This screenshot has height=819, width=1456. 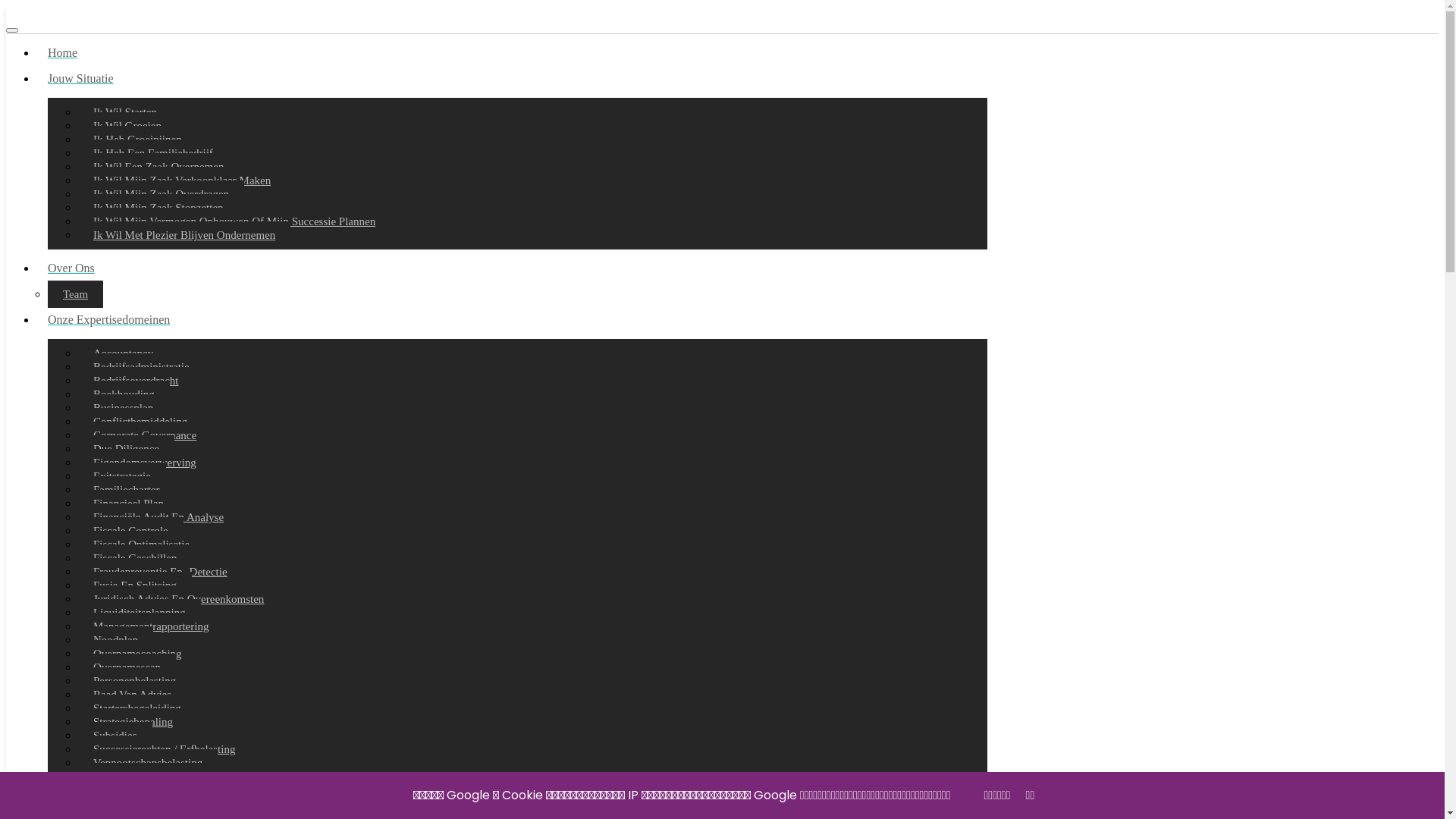 What do you see at coordinates (128, 503) in the screenshot?
I see `'Financieel Plan'` at bounding box center [128, 503].